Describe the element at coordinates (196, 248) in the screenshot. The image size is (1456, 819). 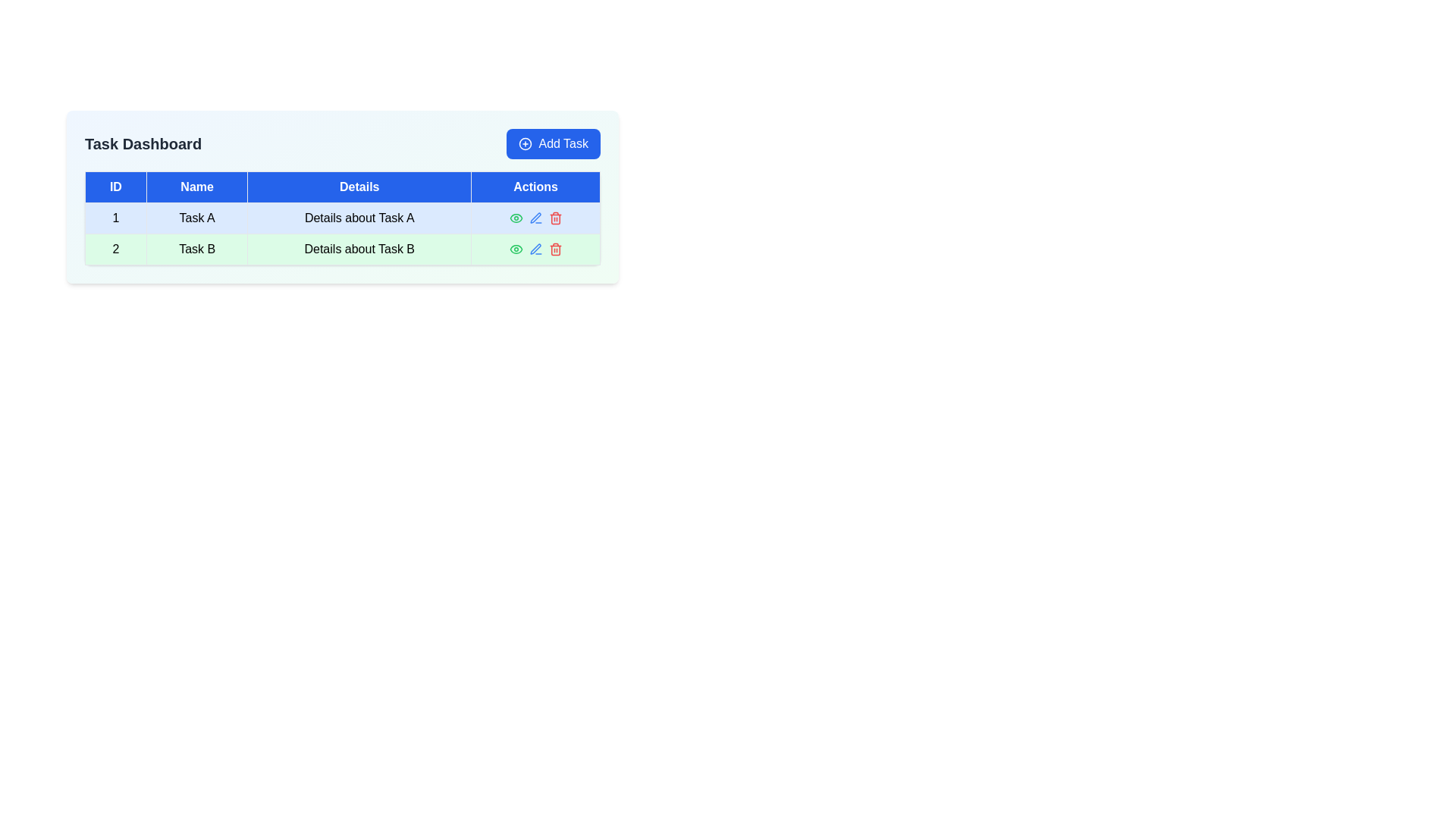
I see `the text label 'Task B' located in the second column of the second row of the table, which is adjacent to '2' on the left and 'Details about Task B' on the right` at that location.